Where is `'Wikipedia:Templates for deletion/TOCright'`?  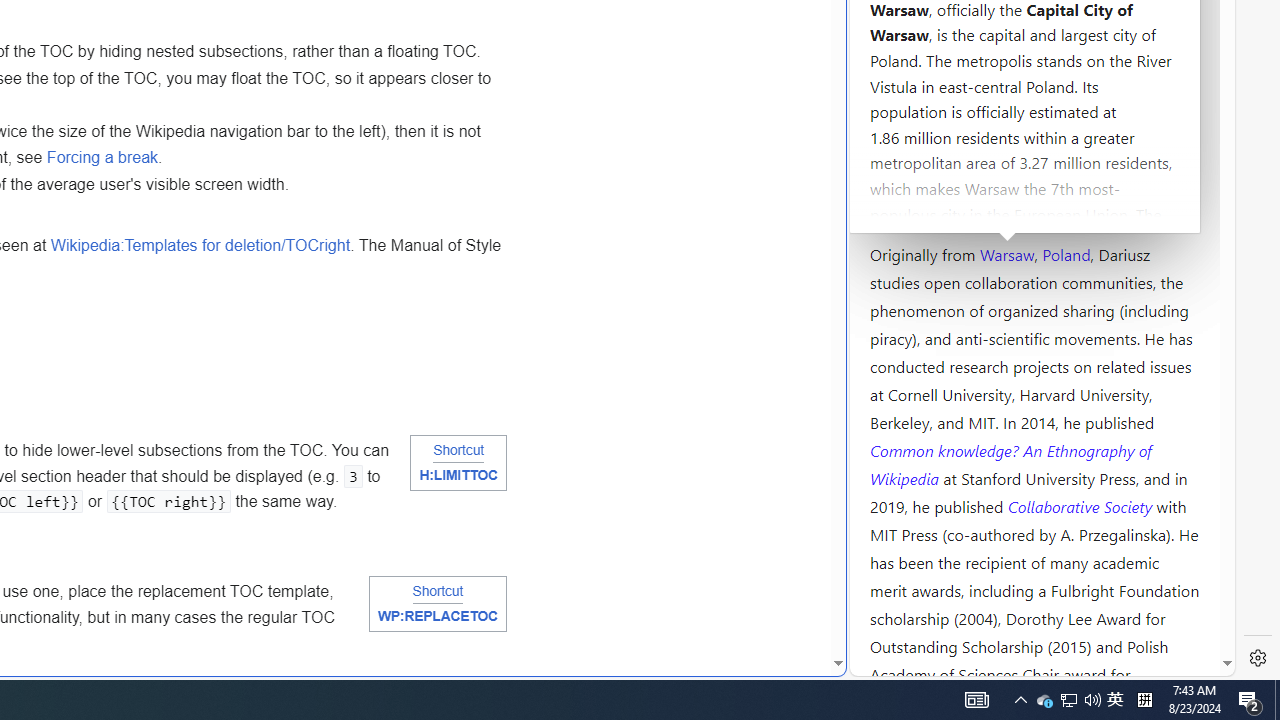
'Wikipedia:Templates for deletion/TOCright' is located at coordinates (200, 244).